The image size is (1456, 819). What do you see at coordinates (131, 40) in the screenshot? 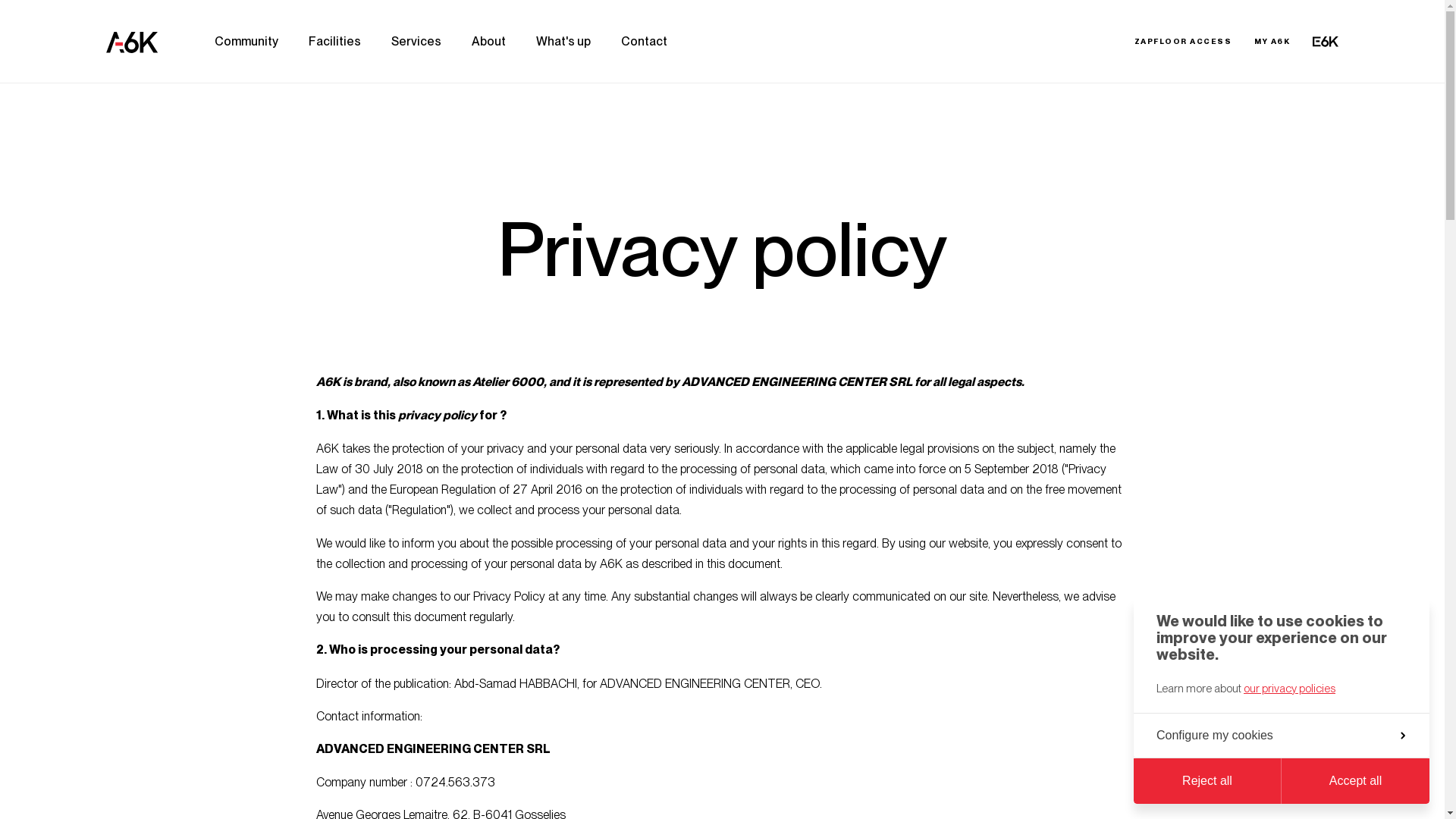
I see `'A6K EN'` at bounding box center [131, 40].